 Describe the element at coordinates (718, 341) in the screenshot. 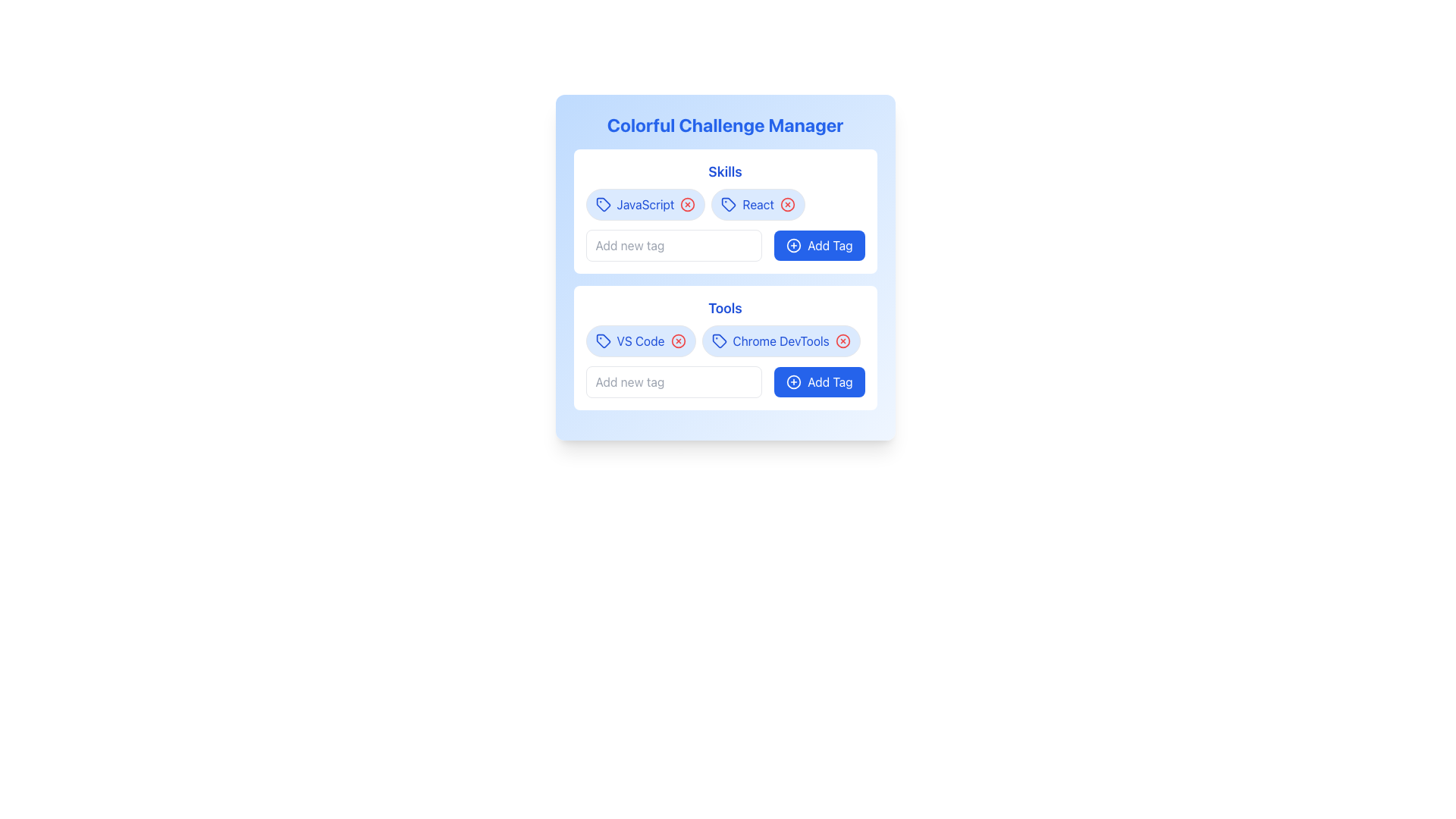

I see `the tag icon for 'Chrome DevTools', which is the leftmost component in the 'Tools' section, enhancing the visual meaning of the tag` at that location.